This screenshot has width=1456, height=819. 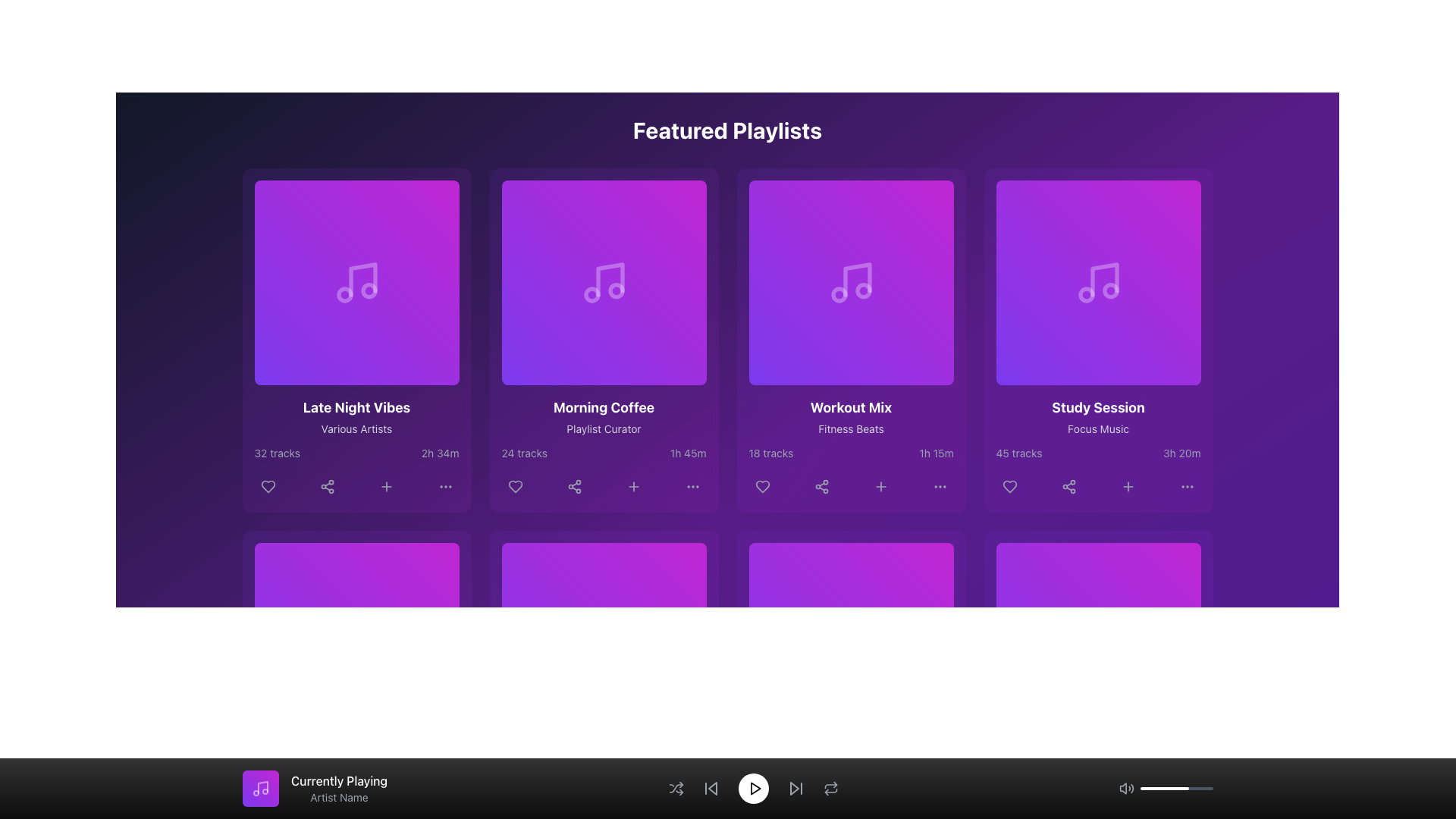 What do you see at coordinates (362, 280) in the screenshot?
I see `the thin black line forming the vertical bar of the musical note graphic located at the center of the 'Late Night Vibes' card` at bounding box center [362, 280].